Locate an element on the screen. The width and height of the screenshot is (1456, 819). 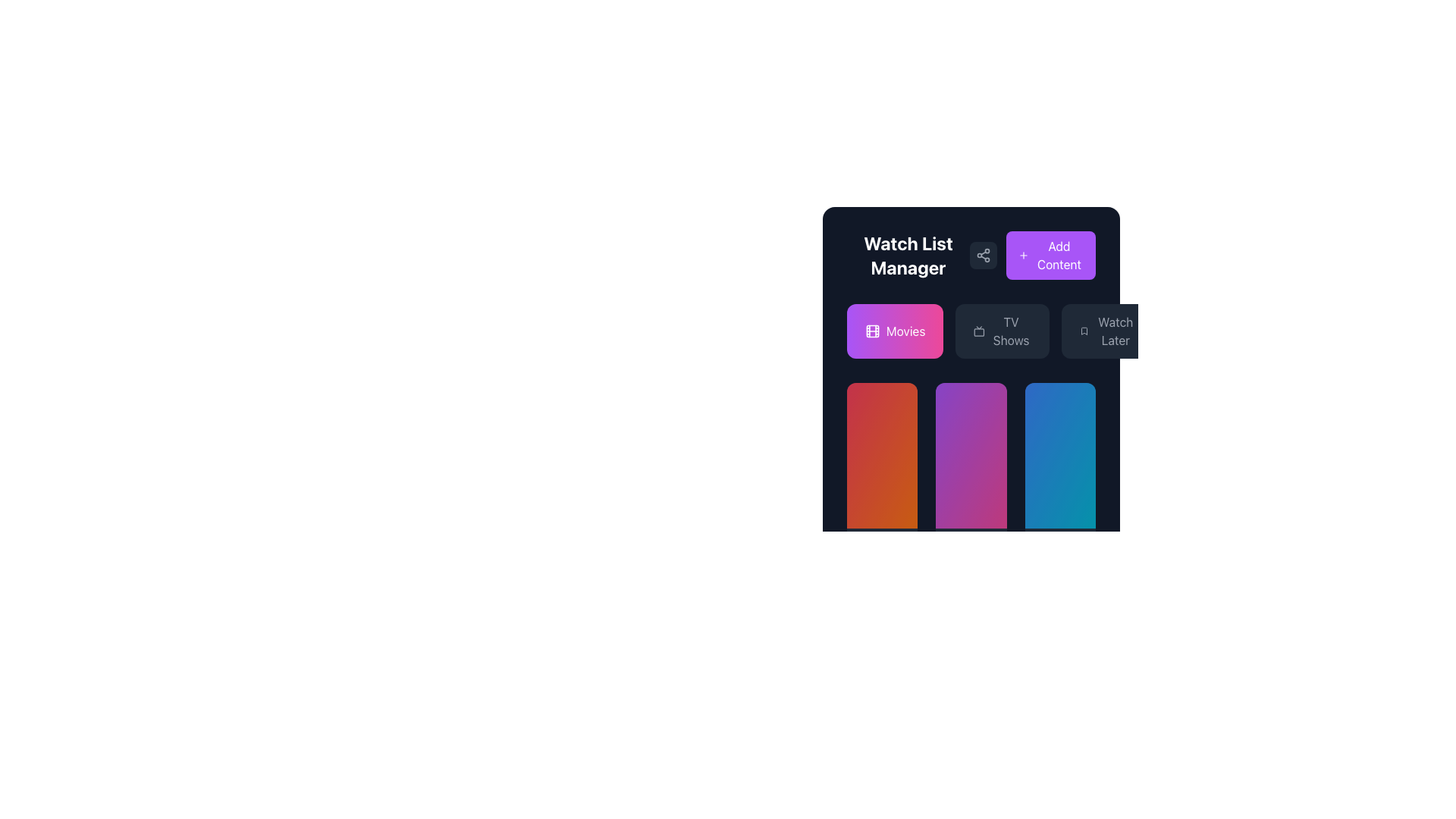
the visually distinctive vertical rectangular block with a gradient background transitioning from blue to cyan, which is the third item in the horizontal row located below the 'Movies', 'TV Shows', and 'Watch Later' buttons in the 'Watch List Manager' section is located at coordinates (1059, 455).